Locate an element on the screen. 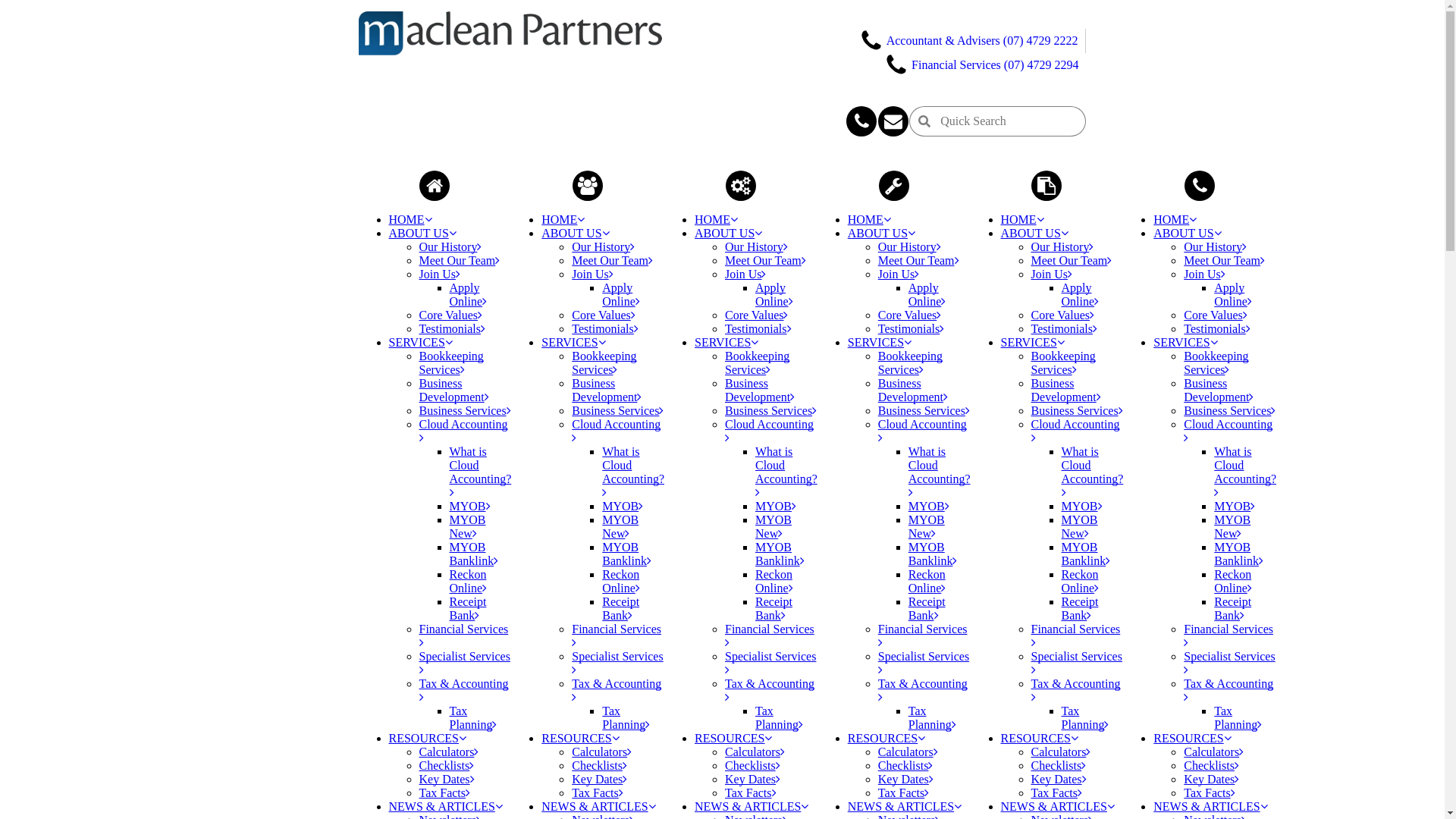 Image resolution: width=1456 pixels, height=819 pixels. 'Specialist Services' is located at coordinates (1182, 662).